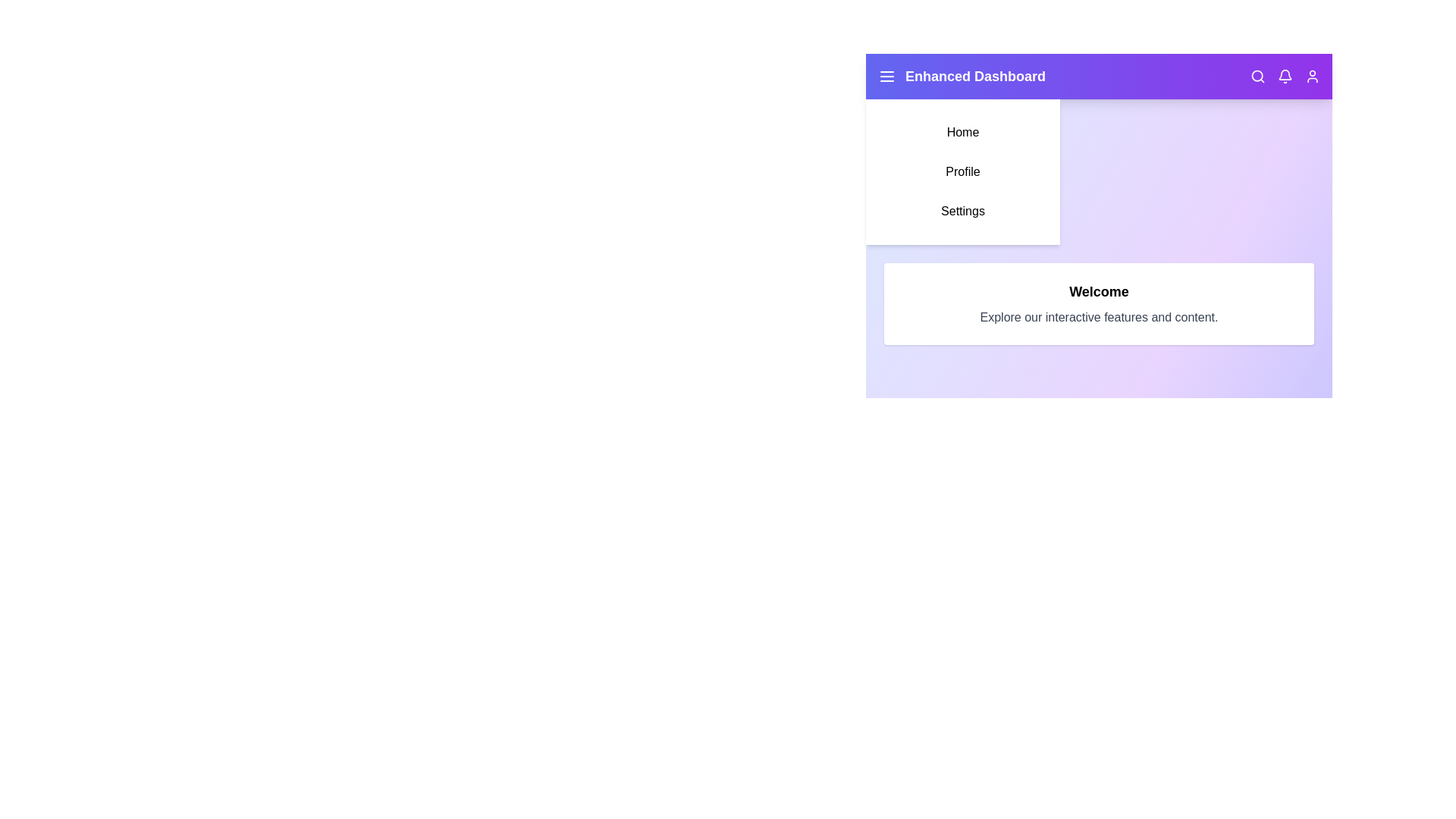 Image resolution: width=1456 pixels, height=819 pixels. What do you see at coordinates (887, 76) in the screenshot?
I see `the menu icon to toggle the side menu` at bounding box center [887, 76].